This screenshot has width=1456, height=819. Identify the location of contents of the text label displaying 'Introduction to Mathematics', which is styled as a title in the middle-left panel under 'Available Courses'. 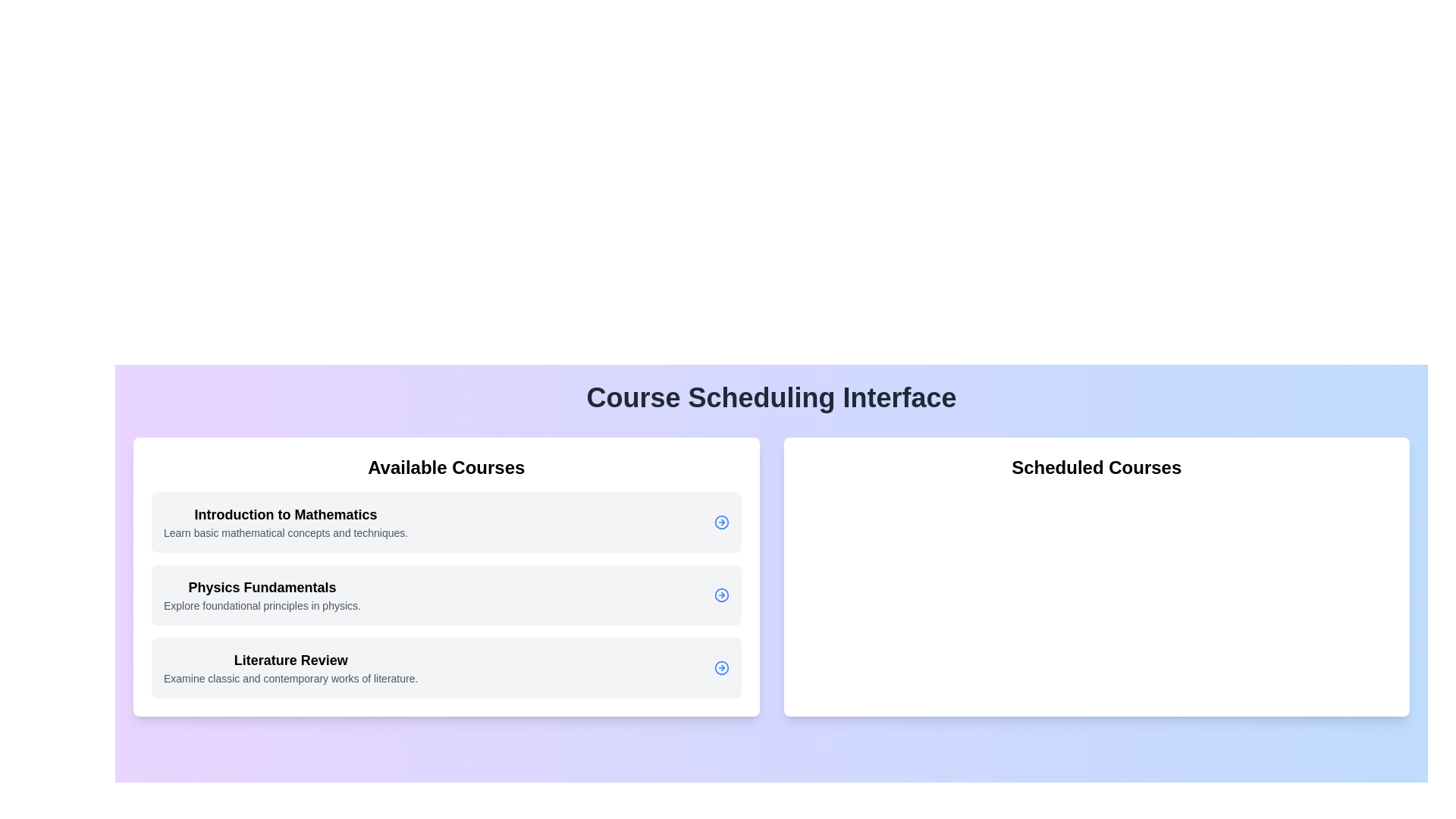
(286, 513).